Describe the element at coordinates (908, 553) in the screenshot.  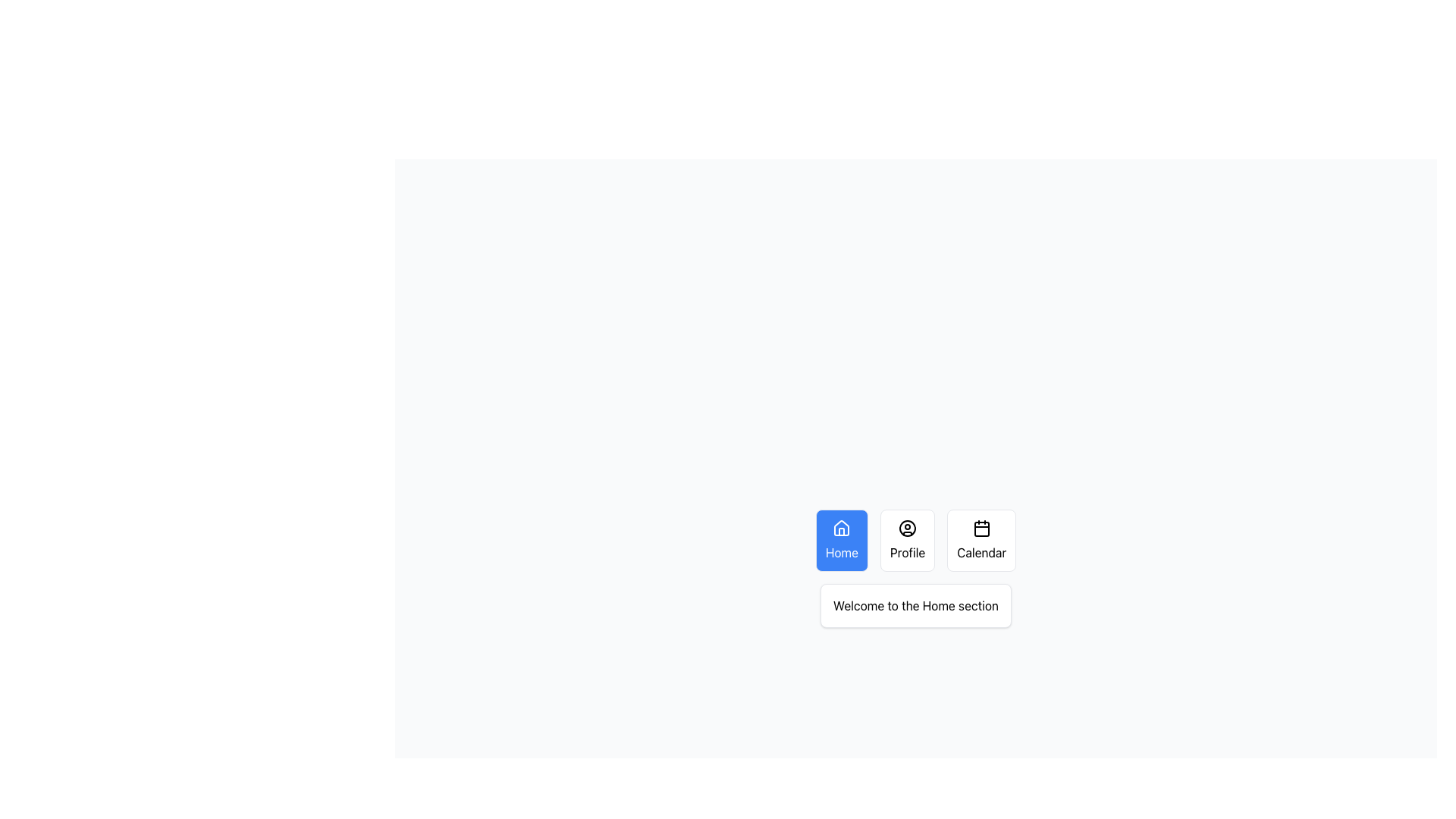
I see `the 'Profile' text label which indicates its function as a navigation option` at that location.